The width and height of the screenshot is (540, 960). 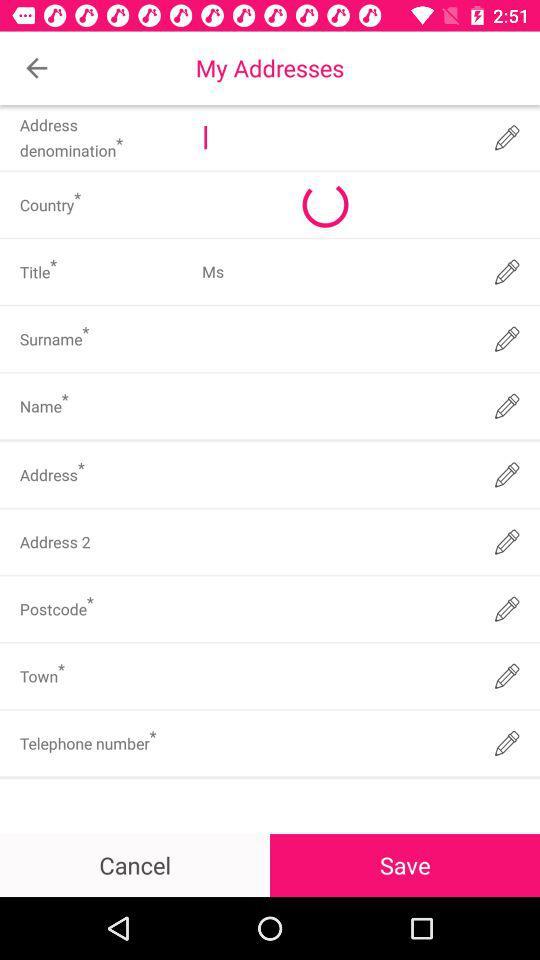 I want to click on insert address, so click(x=335, y=542).